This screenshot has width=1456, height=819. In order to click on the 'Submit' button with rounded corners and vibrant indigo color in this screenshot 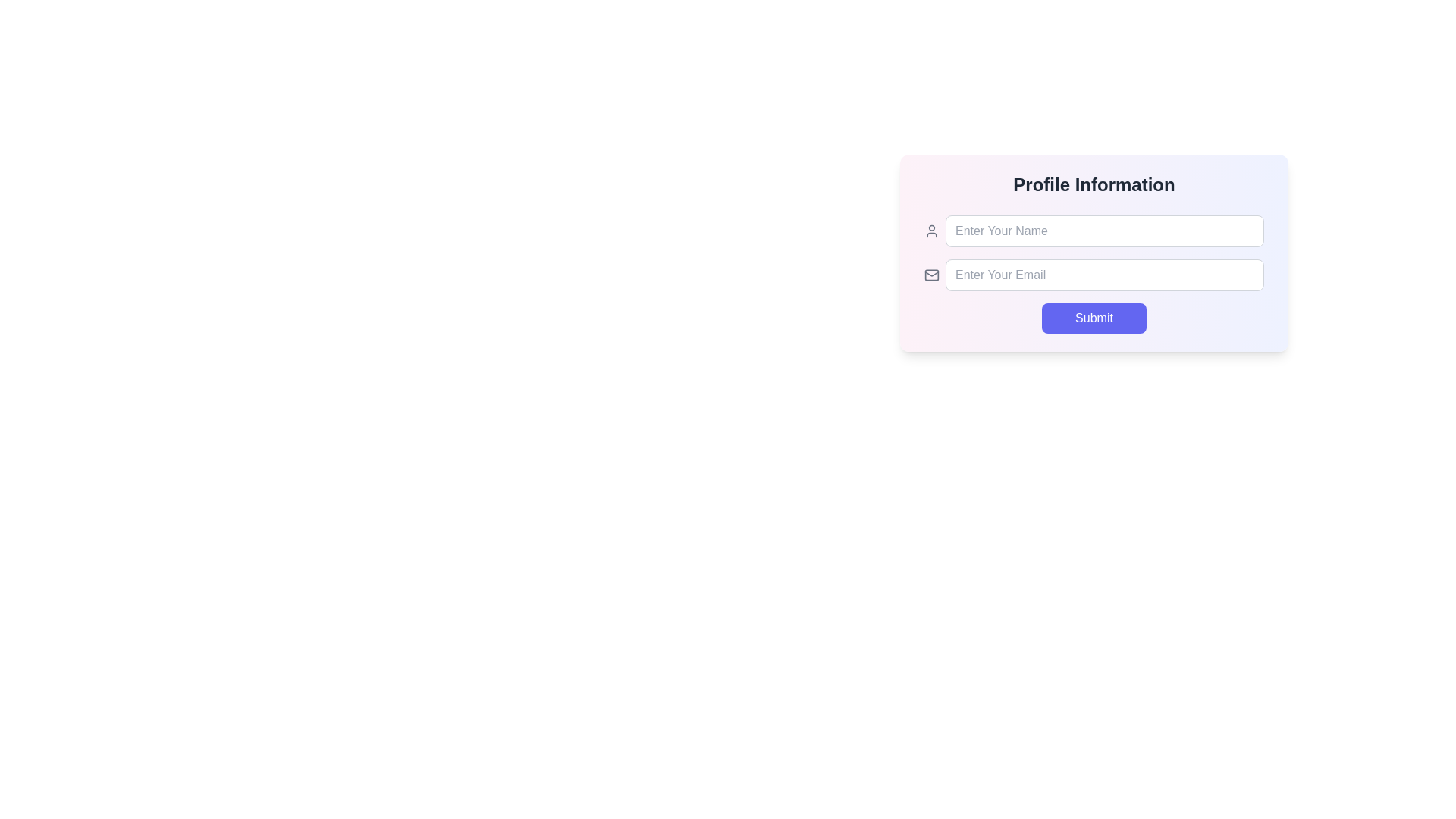, I will do `click(1094, 331)`.